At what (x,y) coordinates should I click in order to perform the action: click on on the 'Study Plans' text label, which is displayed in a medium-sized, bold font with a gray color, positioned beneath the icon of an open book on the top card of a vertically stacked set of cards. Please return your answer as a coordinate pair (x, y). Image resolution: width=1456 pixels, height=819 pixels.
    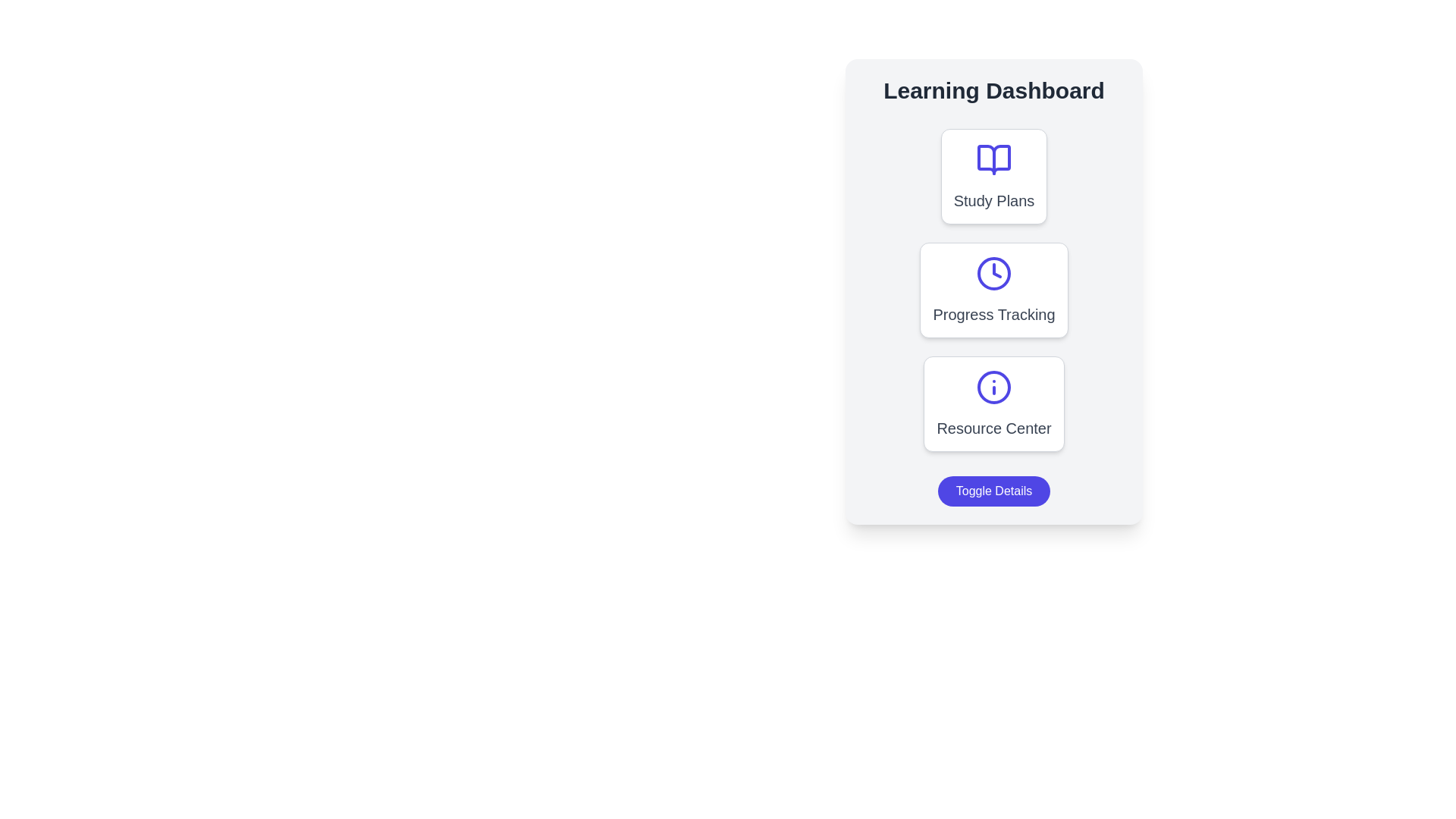
    Looking at the image, I should click on (993, 200).